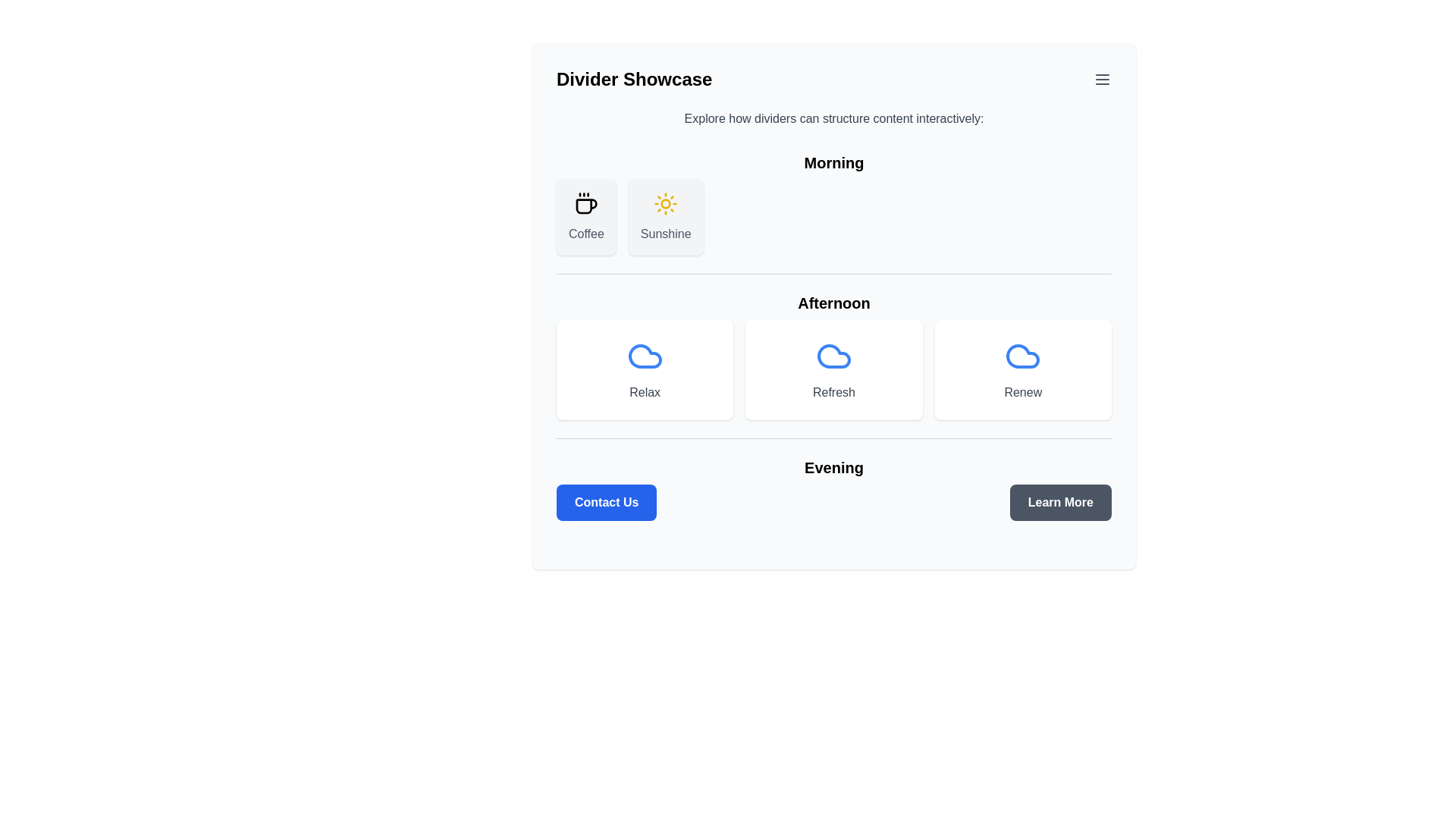 Image resolution: width=1456 pixels, height=819 pixels. I want to click on the non-interactive text label located in the bottom section of the third card from the left in the 'Afternoon' group, positioned directly beneath a cloud icon, so click(1023, 391).